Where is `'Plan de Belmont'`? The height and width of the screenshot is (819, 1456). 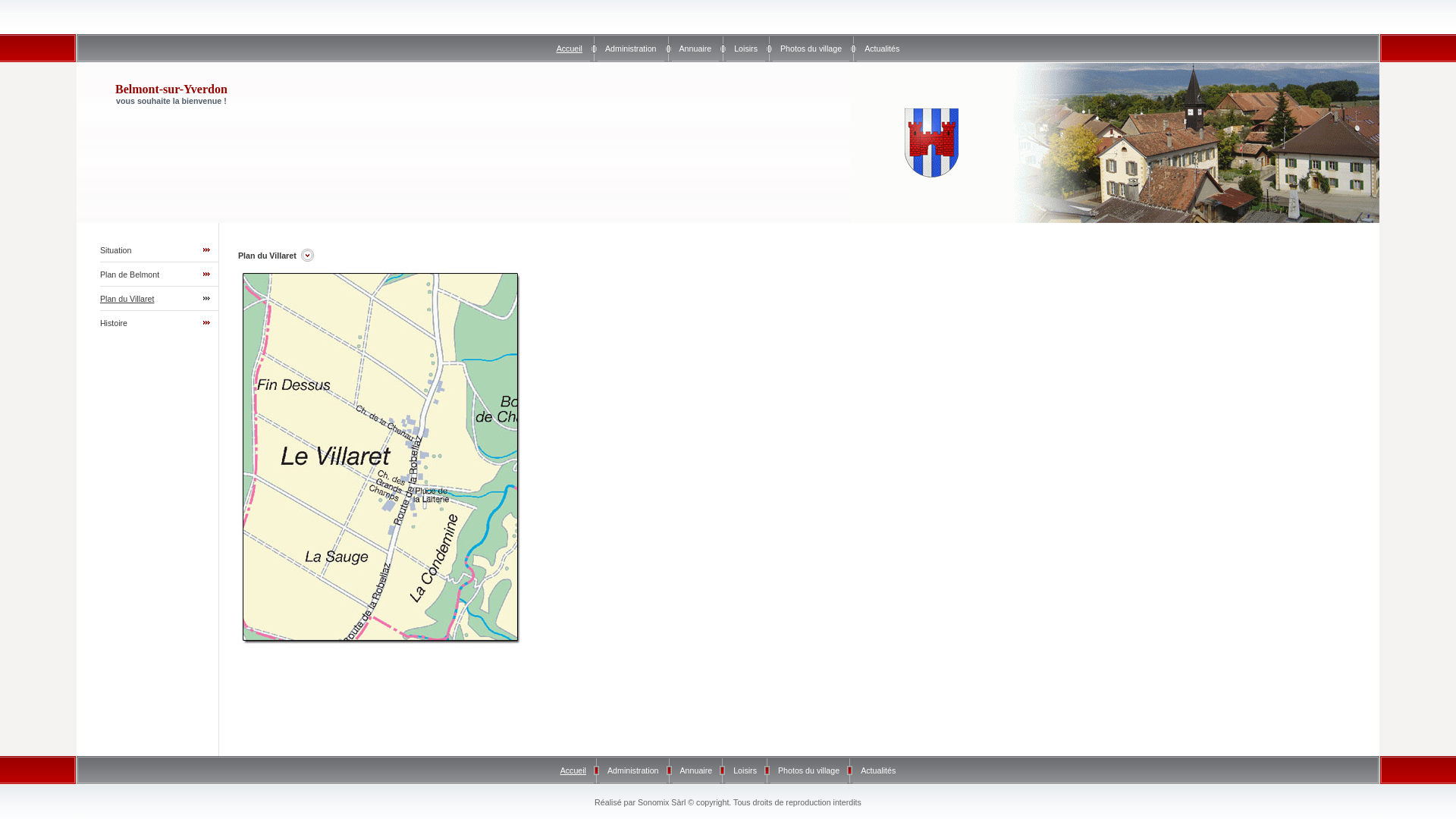
'Plan de Belmont' is located at coordinates (130, 275).